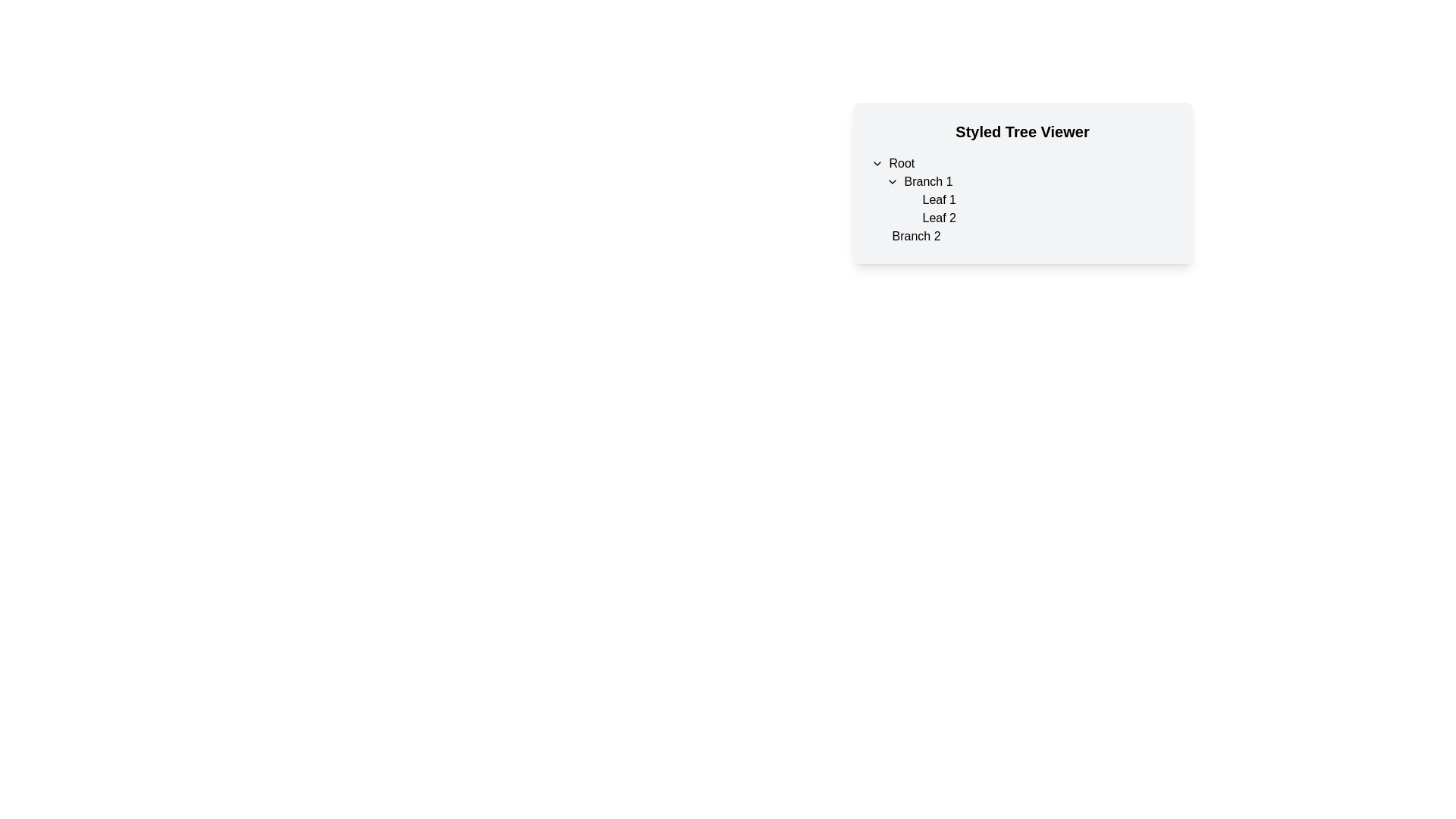  Describe the element at coordinates (938, 218) in the screenshot. I see `the text label 'Leaf 2' in the hierarchical tree structure for reordering` at that location.